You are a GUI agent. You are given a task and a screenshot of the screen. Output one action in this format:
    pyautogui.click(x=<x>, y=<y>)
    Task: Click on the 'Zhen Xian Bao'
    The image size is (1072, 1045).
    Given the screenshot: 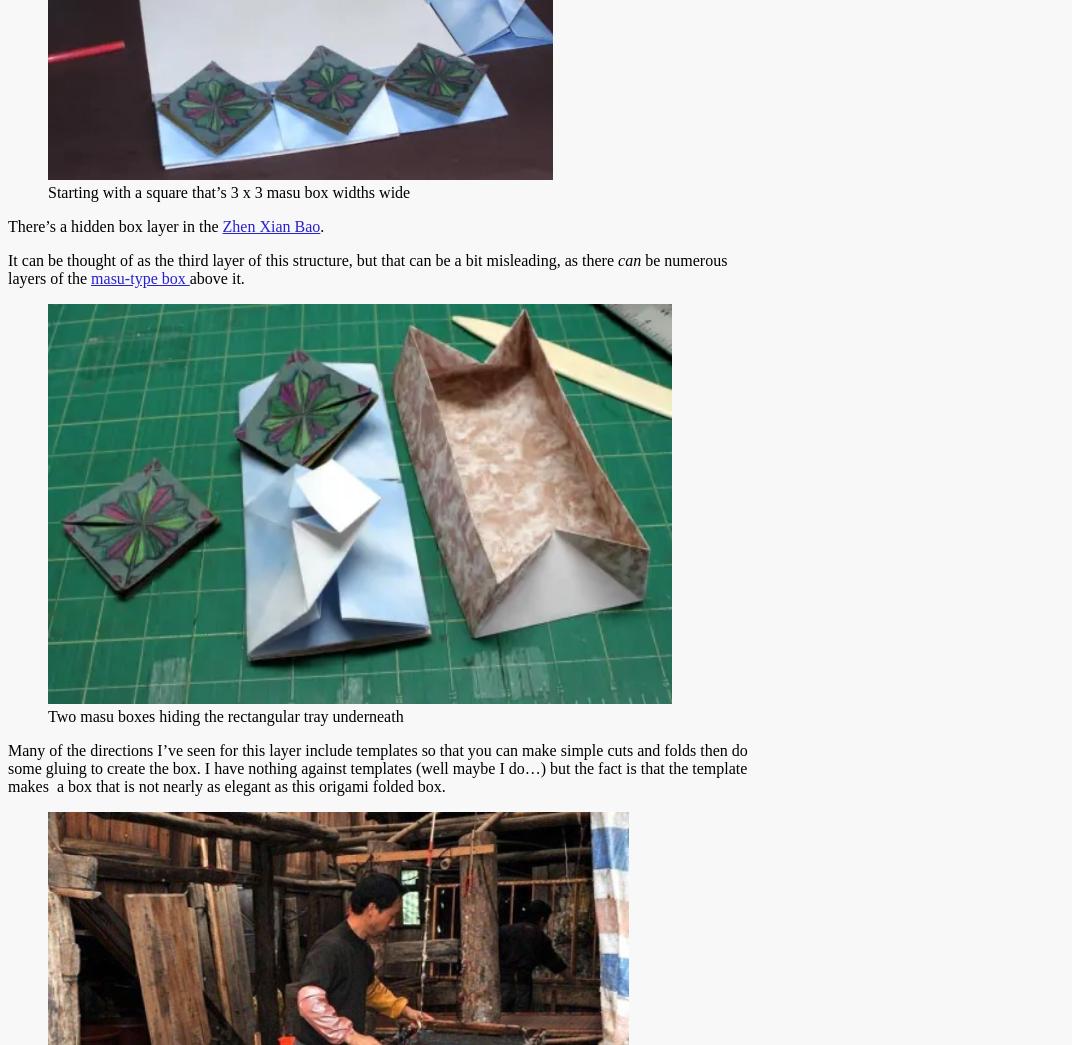 What is the action you would take?
    pyautogui.click(x=270, y=226)
    